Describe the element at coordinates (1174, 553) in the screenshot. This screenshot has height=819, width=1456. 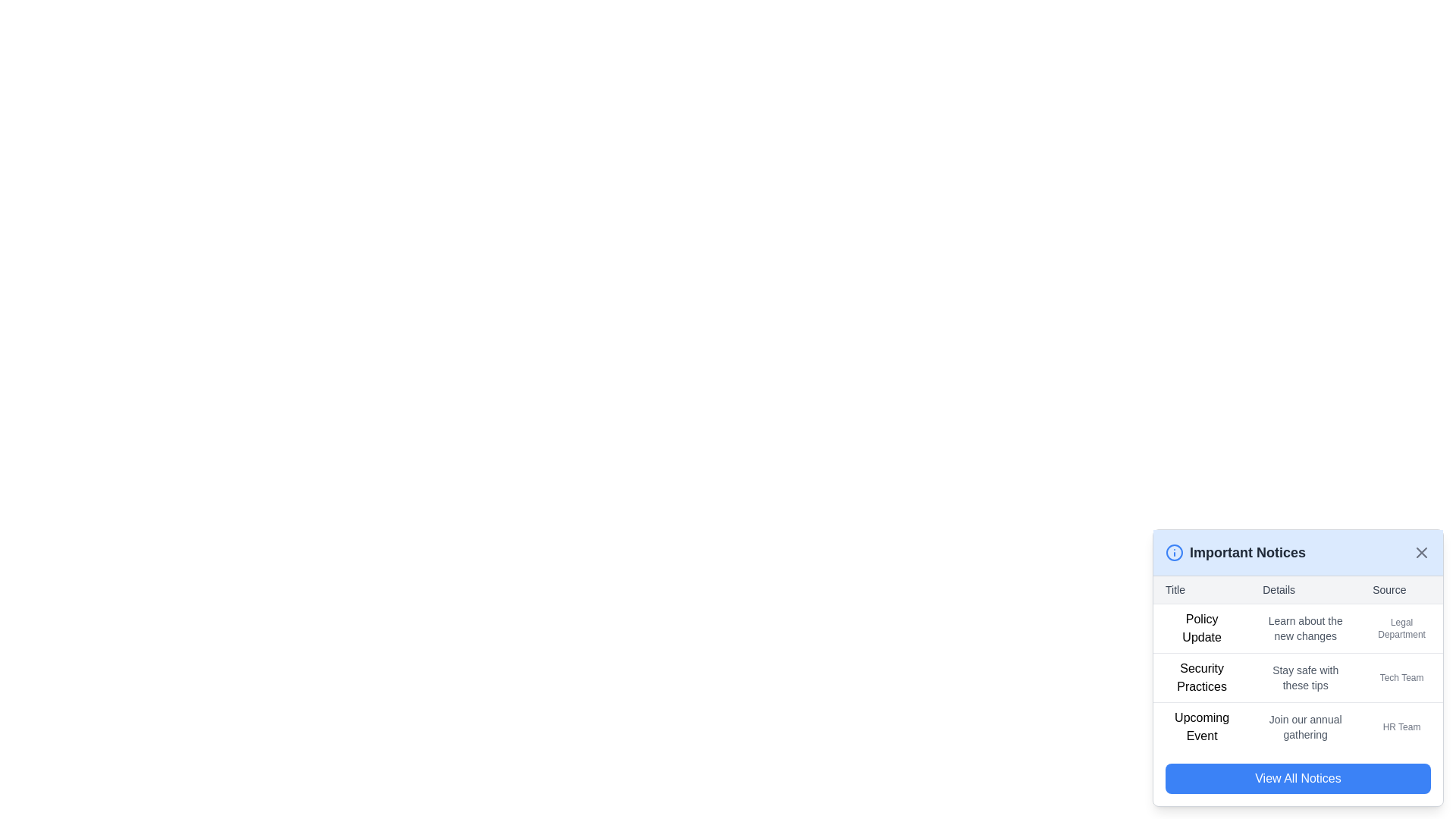
I see `the information icon located at the leftmost position in the header of the 'Important Notices' section, characterized by its blue circular outline and minimalistic design` at that location.